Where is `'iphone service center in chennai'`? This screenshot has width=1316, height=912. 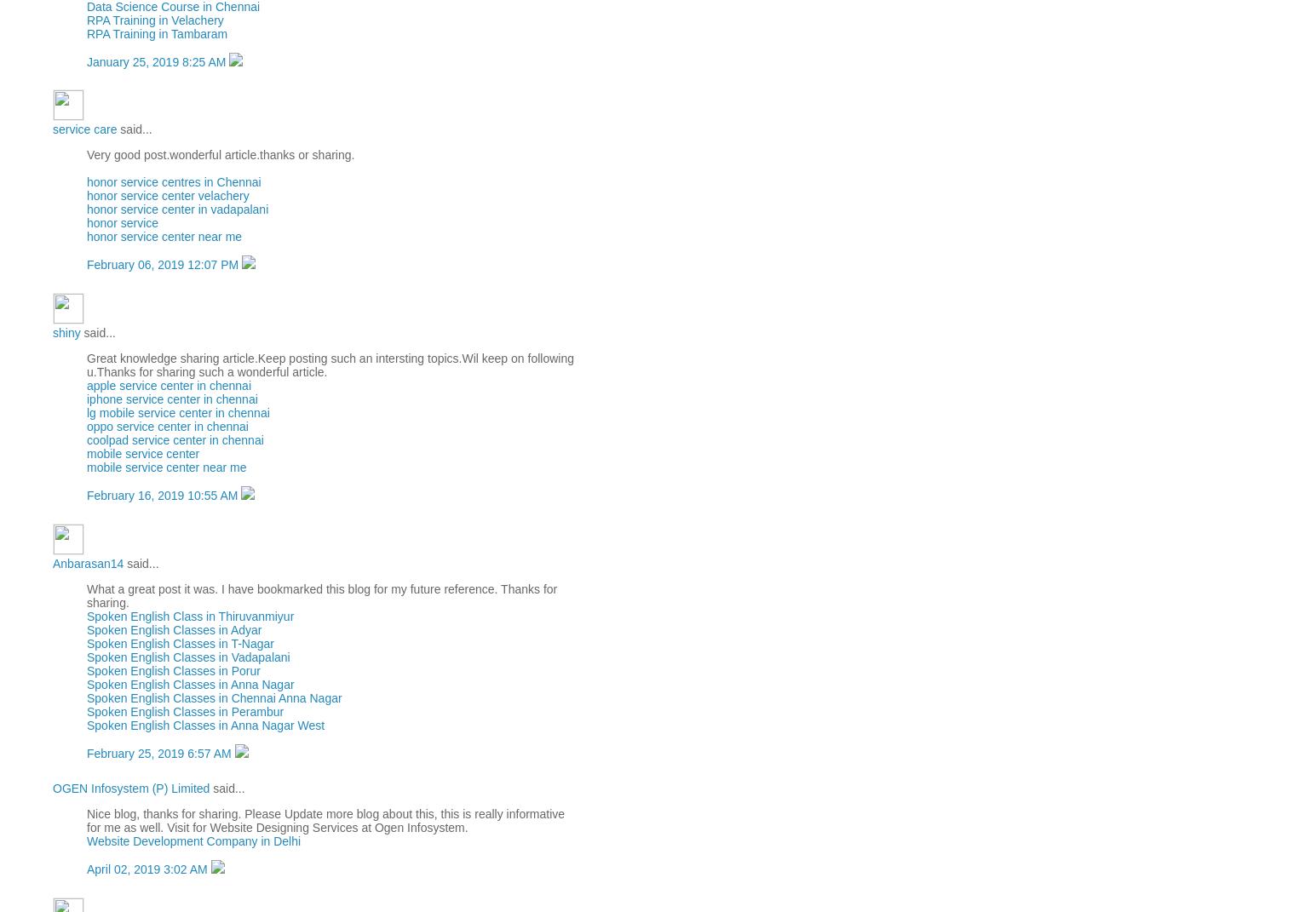
'iphone service center in chennai' is located at coordinates (171, 398).